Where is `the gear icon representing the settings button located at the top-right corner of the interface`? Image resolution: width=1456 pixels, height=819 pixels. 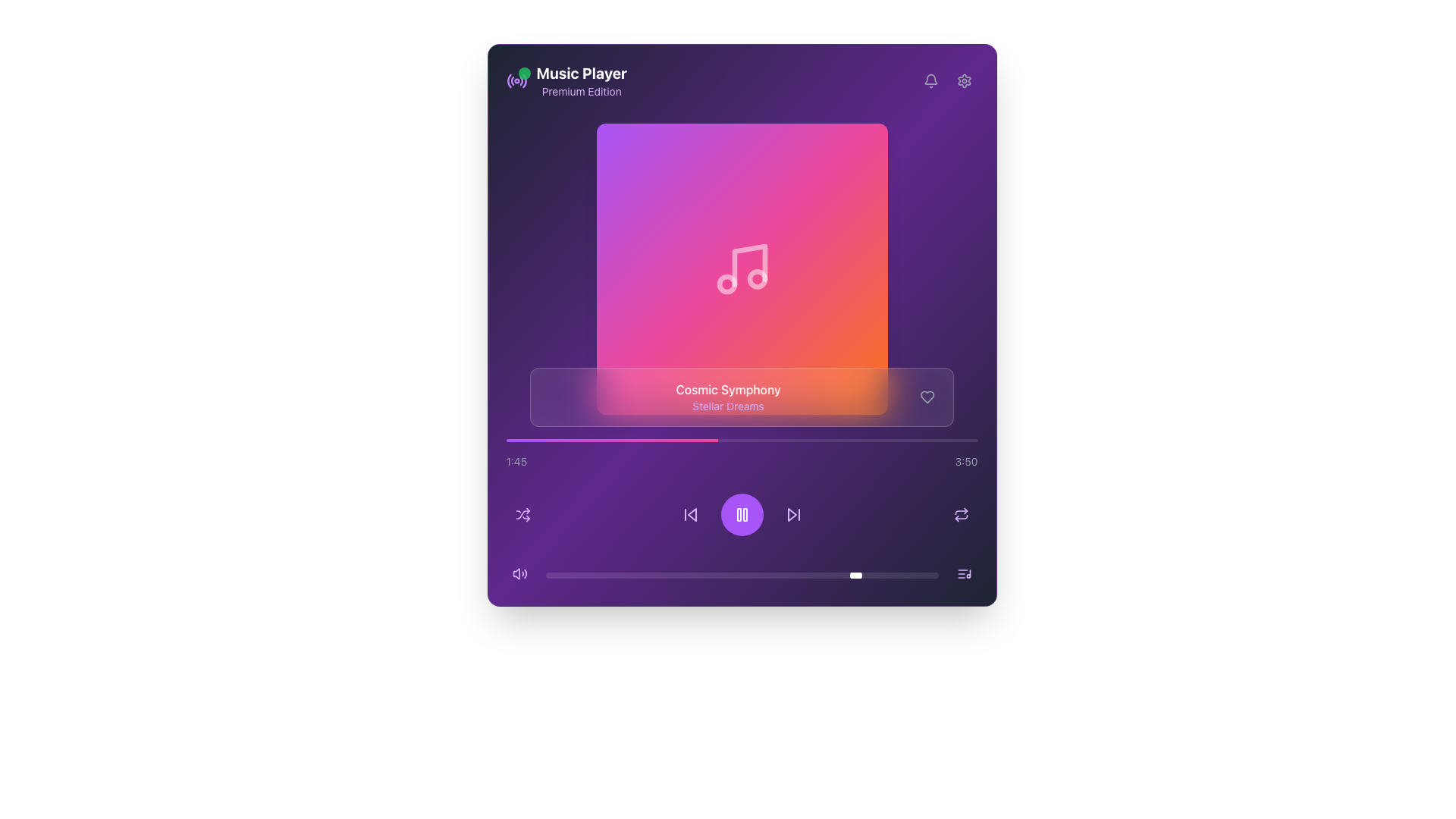
the gear icon representing the settings button located at the top-right corner of the interface is located at coordinates (963, 81).